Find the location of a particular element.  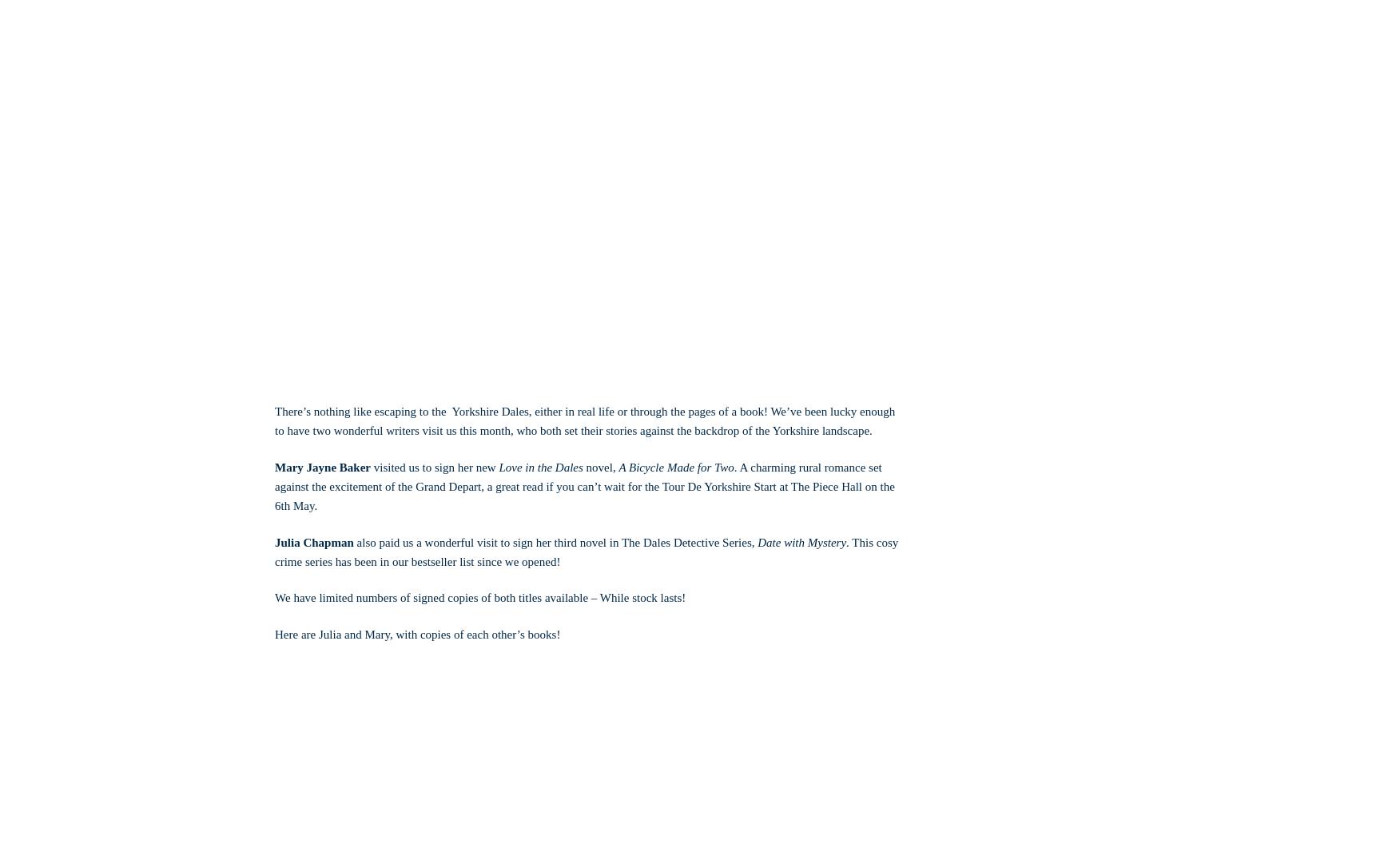

'Love in the Dales' is located at coordinates (499, 465).